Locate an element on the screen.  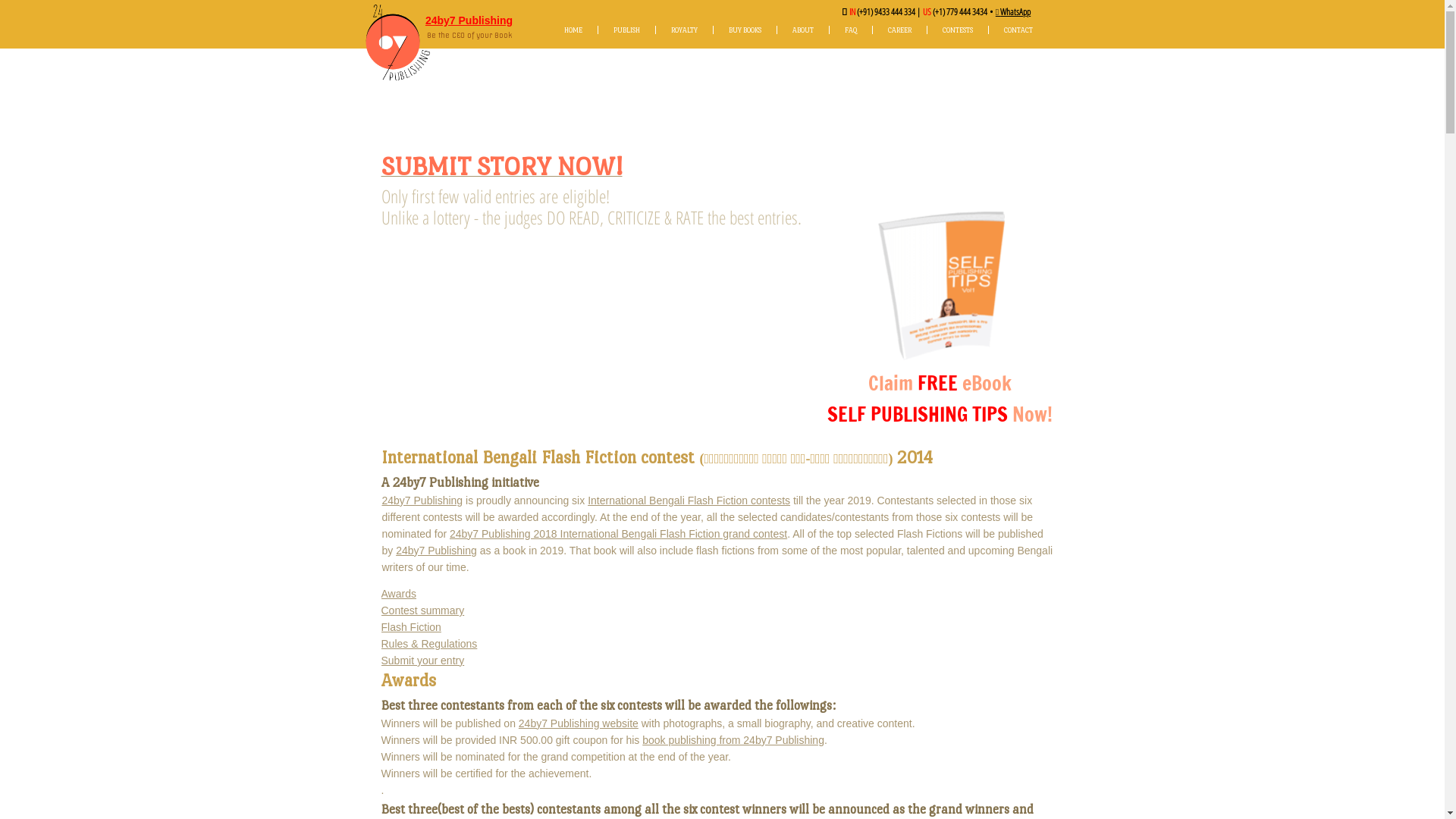
'PUBLISH' is located at coordinates (626, 30).